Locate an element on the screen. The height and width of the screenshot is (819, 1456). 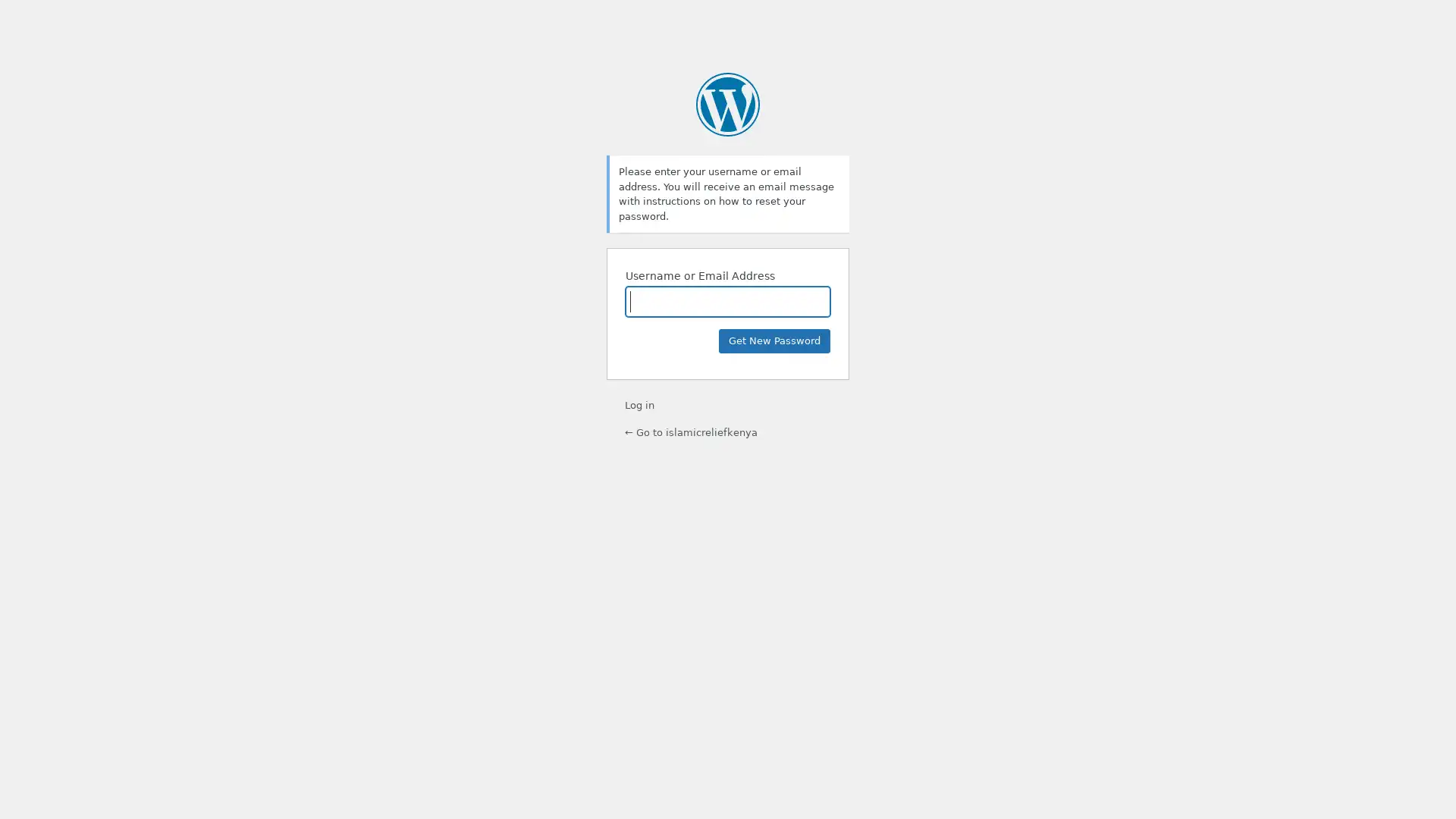
Get New Password is located at coordinates (774, 341).